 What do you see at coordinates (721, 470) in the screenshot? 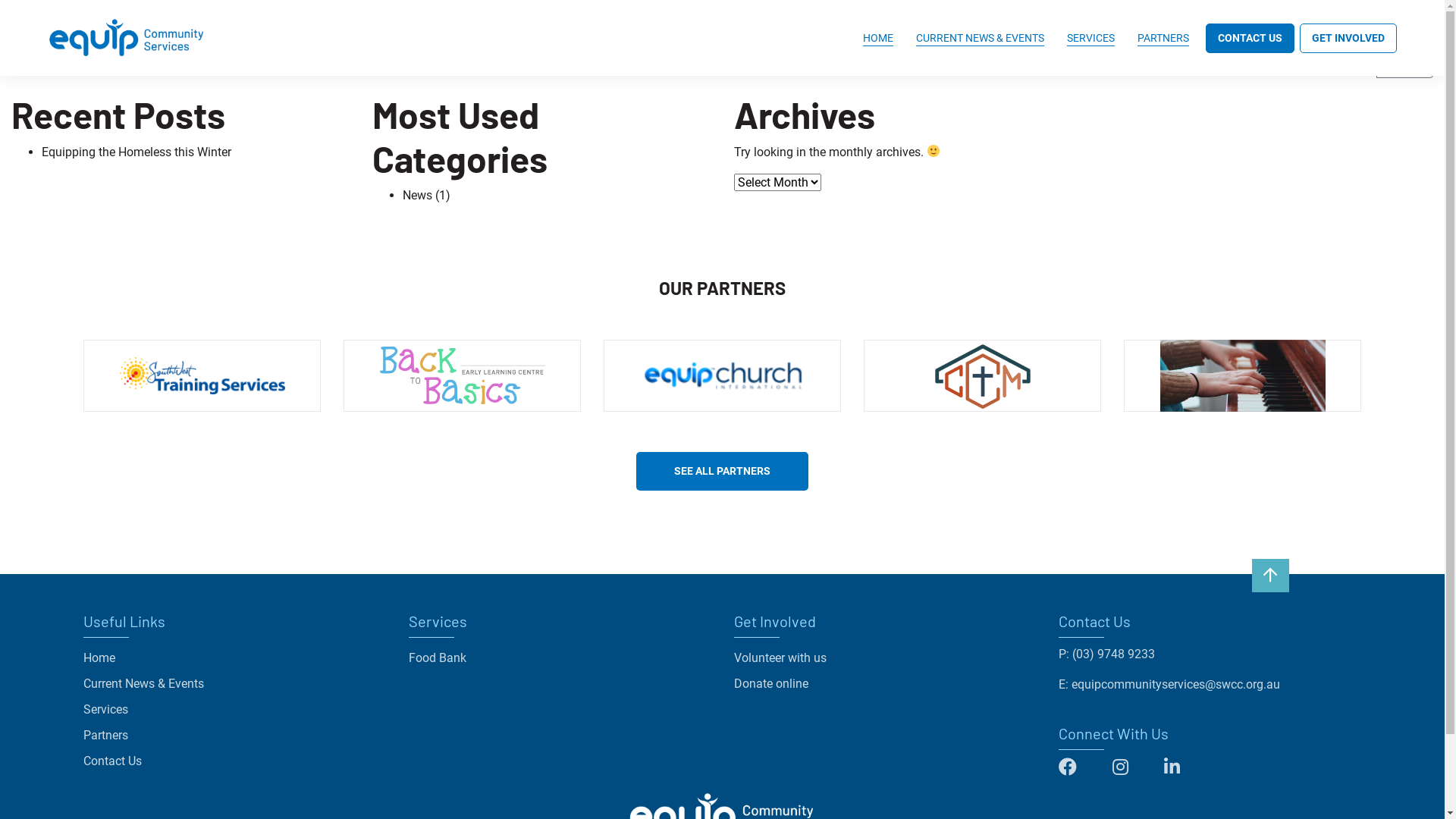
I see `'SEE ALL PARTNERS'` at bounding box center [721, 470].